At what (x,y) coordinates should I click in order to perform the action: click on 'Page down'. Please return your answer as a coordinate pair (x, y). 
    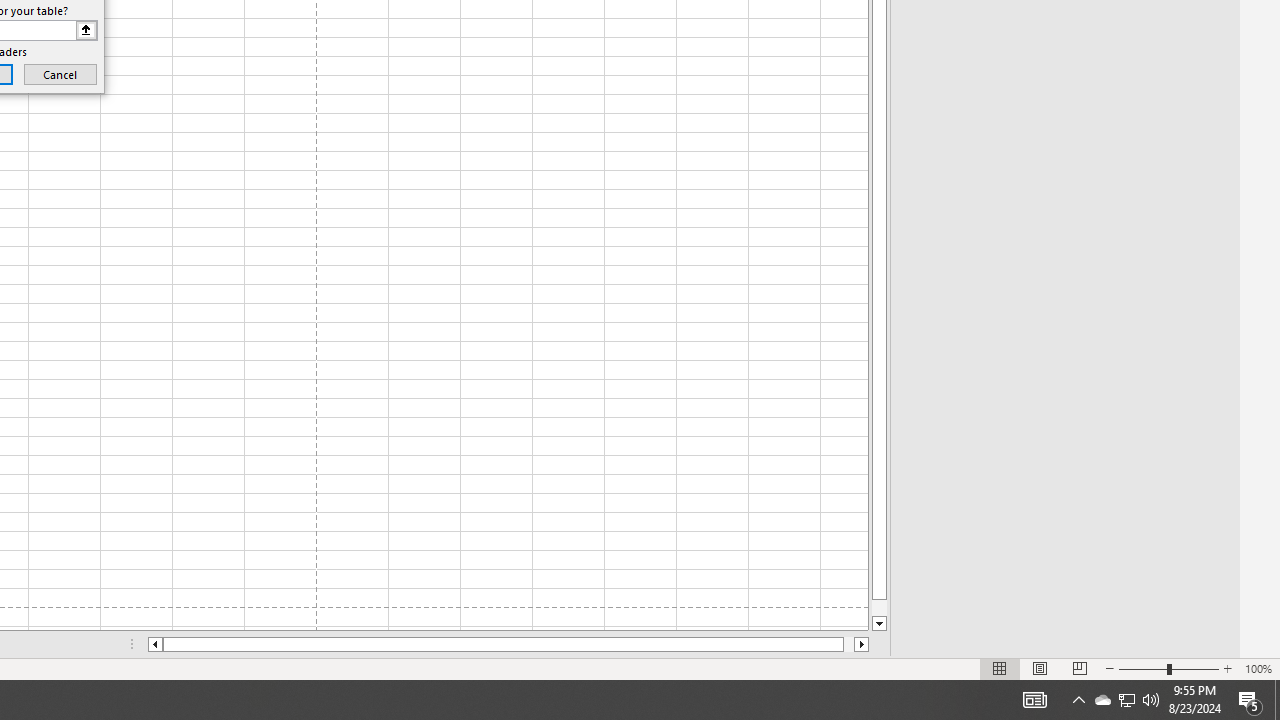
    Looking at the image, I should click on (879, 607).